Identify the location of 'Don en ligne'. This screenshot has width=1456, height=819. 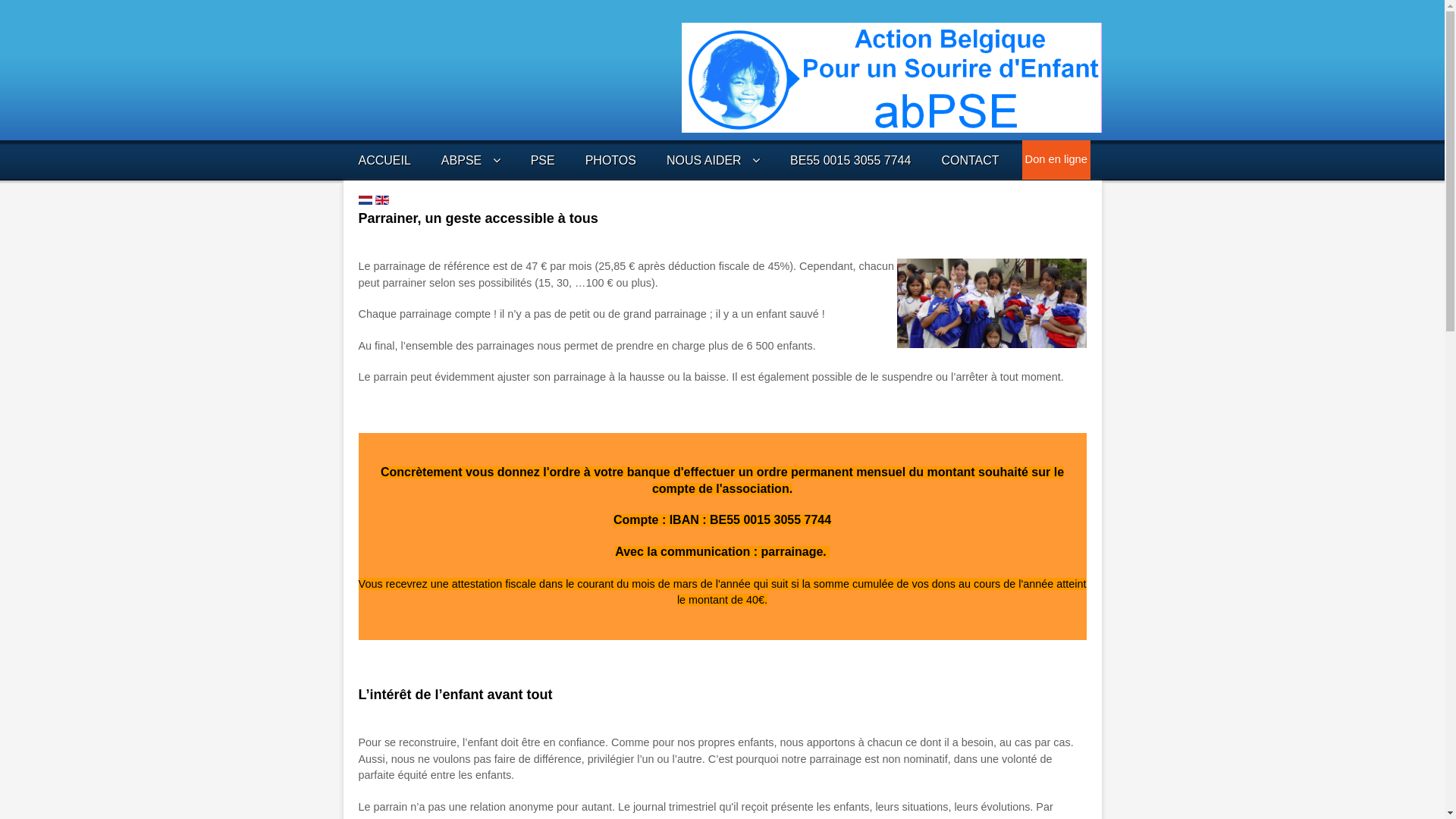
(1025, 158).